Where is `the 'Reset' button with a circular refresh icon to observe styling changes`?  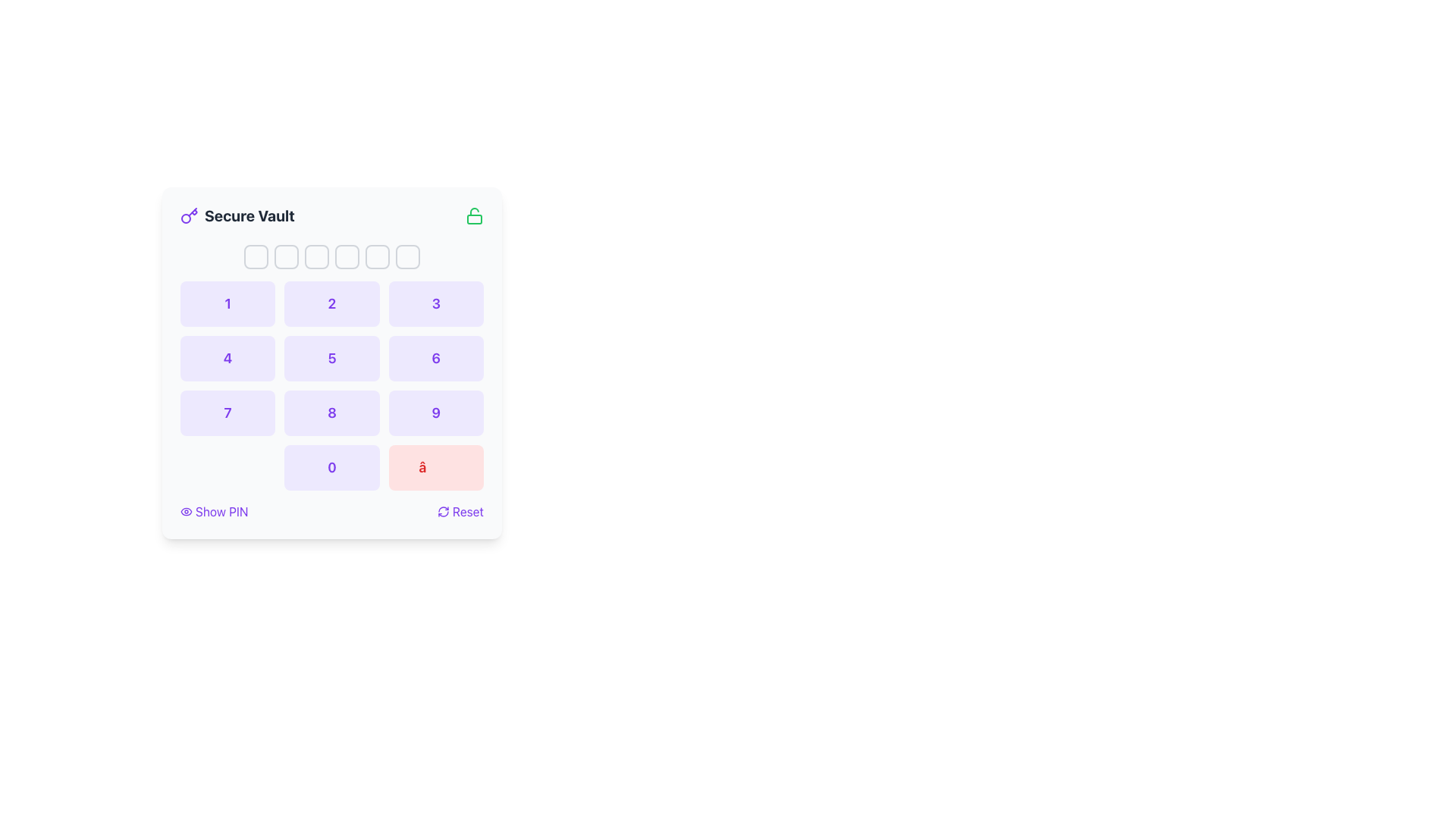
the 'Reset' button with a circular refresh icon to observe styling changes is located at coordinates (460, 512).